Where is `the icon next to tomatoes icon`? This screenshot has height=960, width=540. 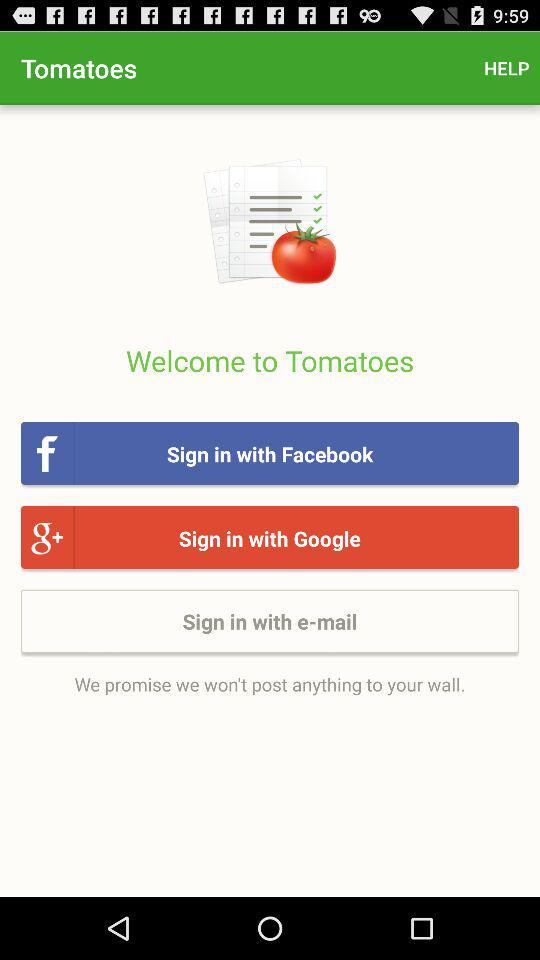
the icon next to tomatoes icon is located at coordinates (505, 68).